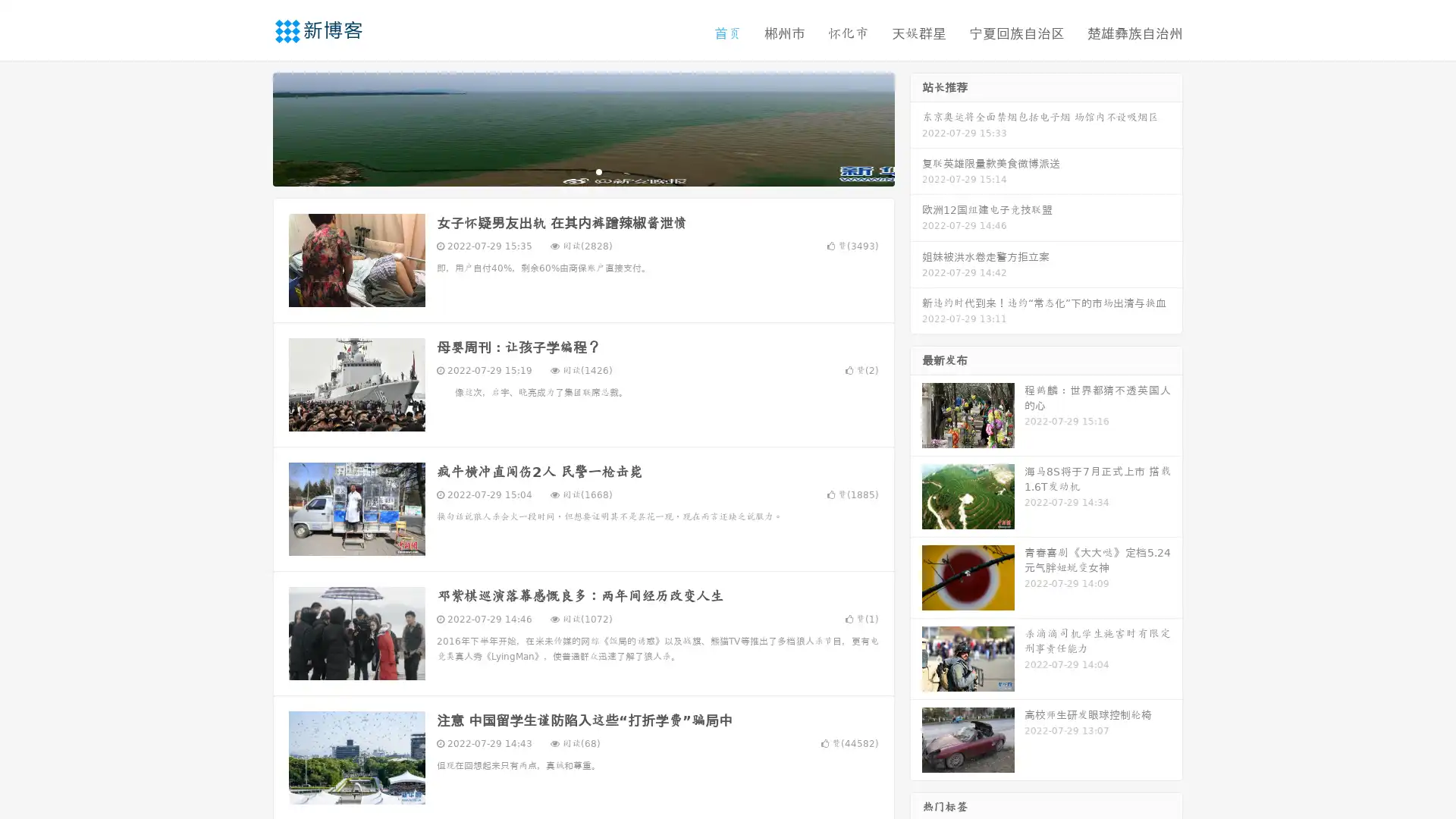 The image size is (1456, 819). I want to click on Previous slide, so click(250, 127).